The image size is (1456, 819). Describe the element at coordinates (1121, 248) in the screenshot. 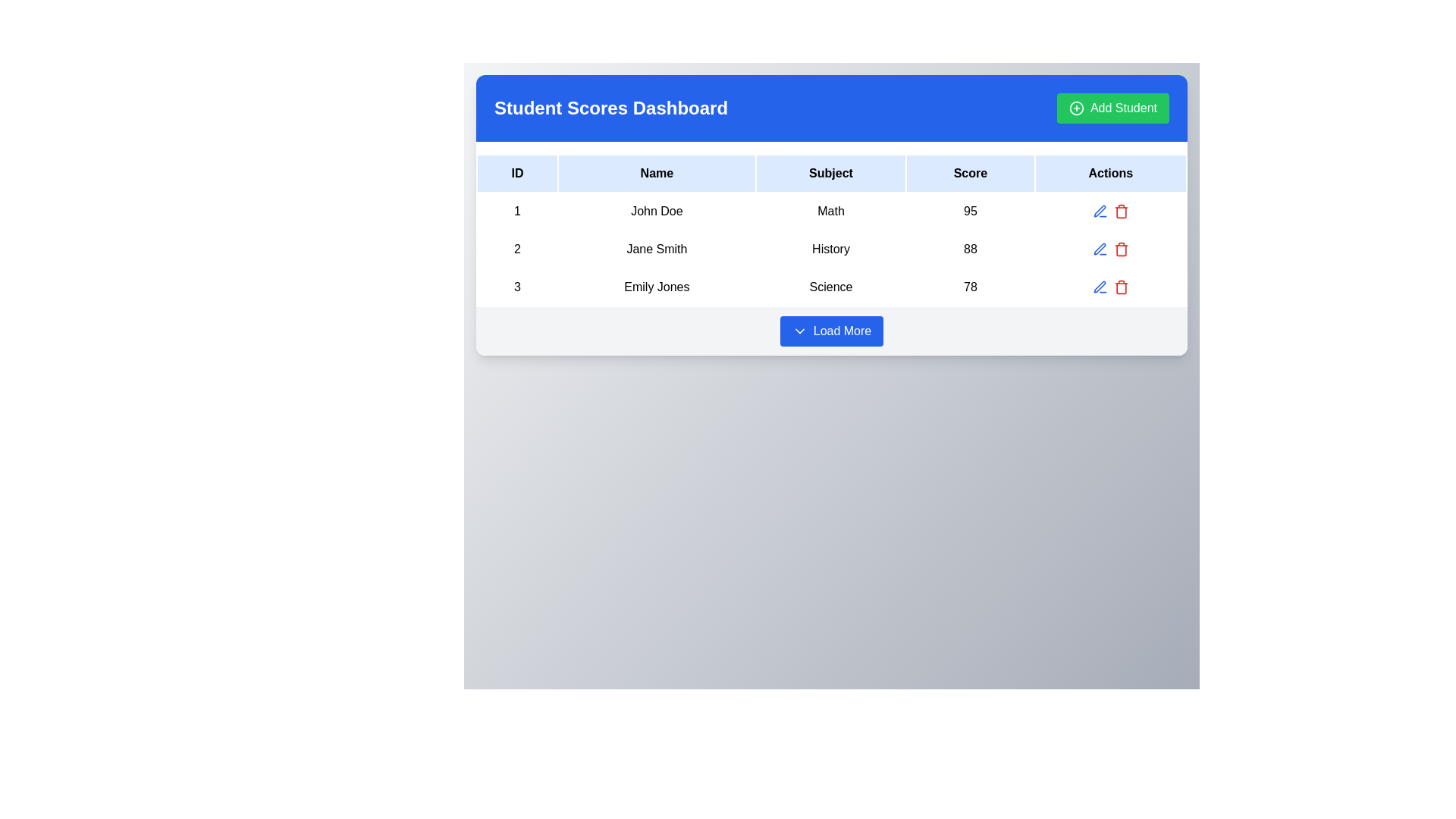

I see `the red trash icon located in the 'Actions' column of the second row associated with 'Jane Smith / History / 88'` at that location.